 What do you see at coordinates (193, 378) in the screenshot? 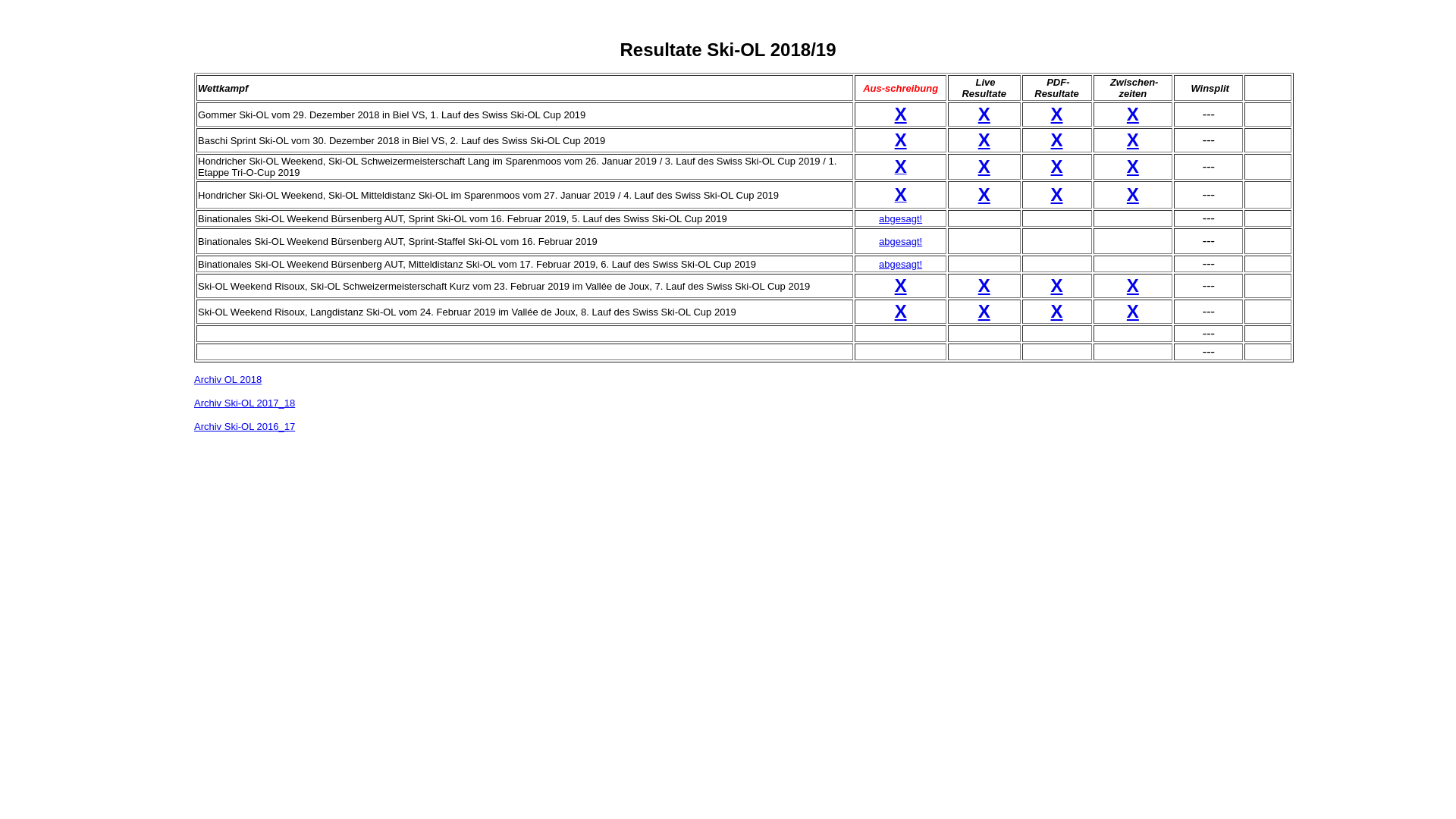
I see `'Archiv OL 2018'` at bounding box center [193, 378].